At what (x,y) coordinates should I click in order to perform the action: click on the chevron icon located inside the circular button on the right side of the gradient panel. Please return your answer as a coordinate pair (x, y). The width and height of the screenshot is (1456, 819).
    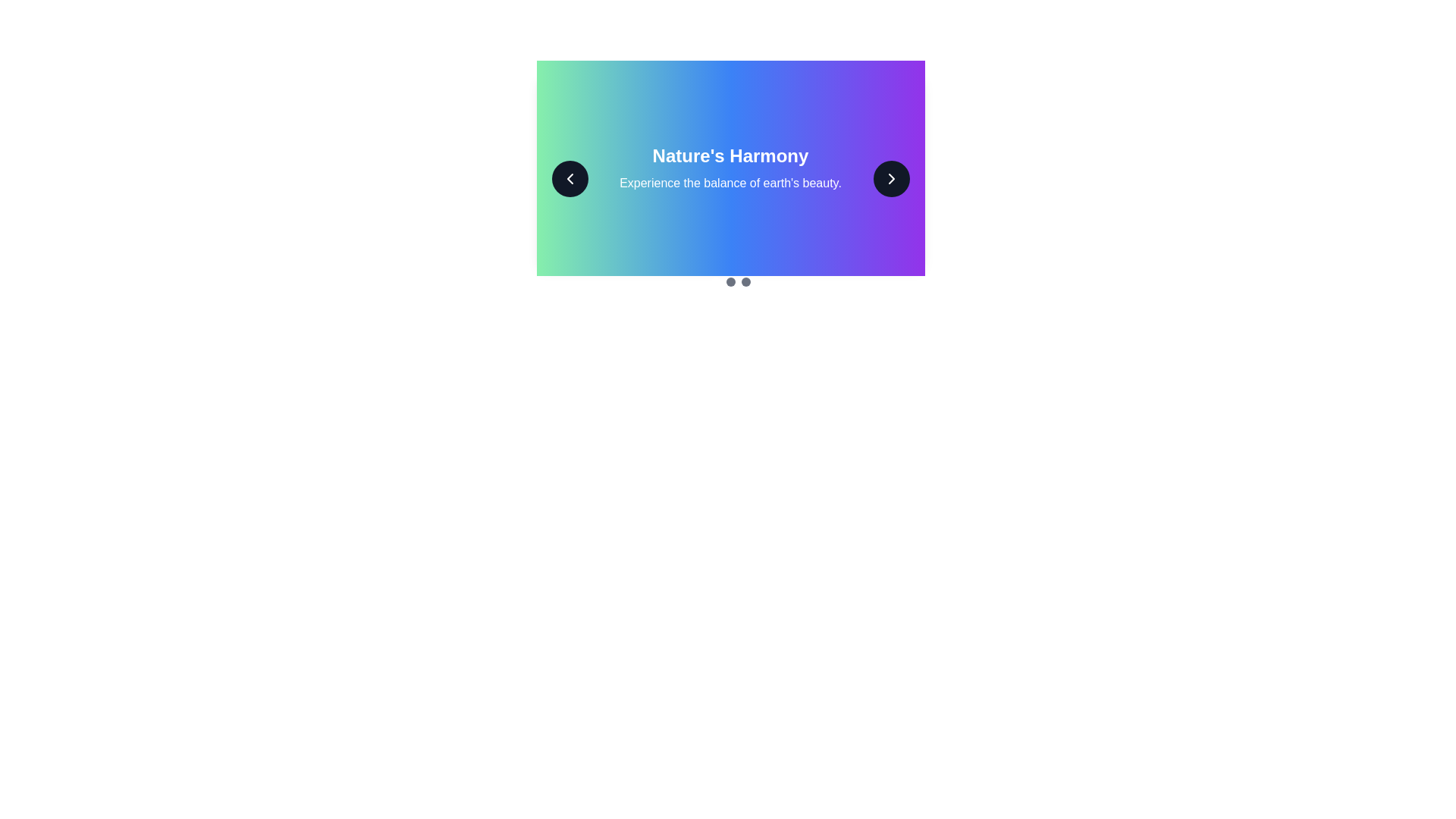
    Looking at the image, I should click on (891, 177).